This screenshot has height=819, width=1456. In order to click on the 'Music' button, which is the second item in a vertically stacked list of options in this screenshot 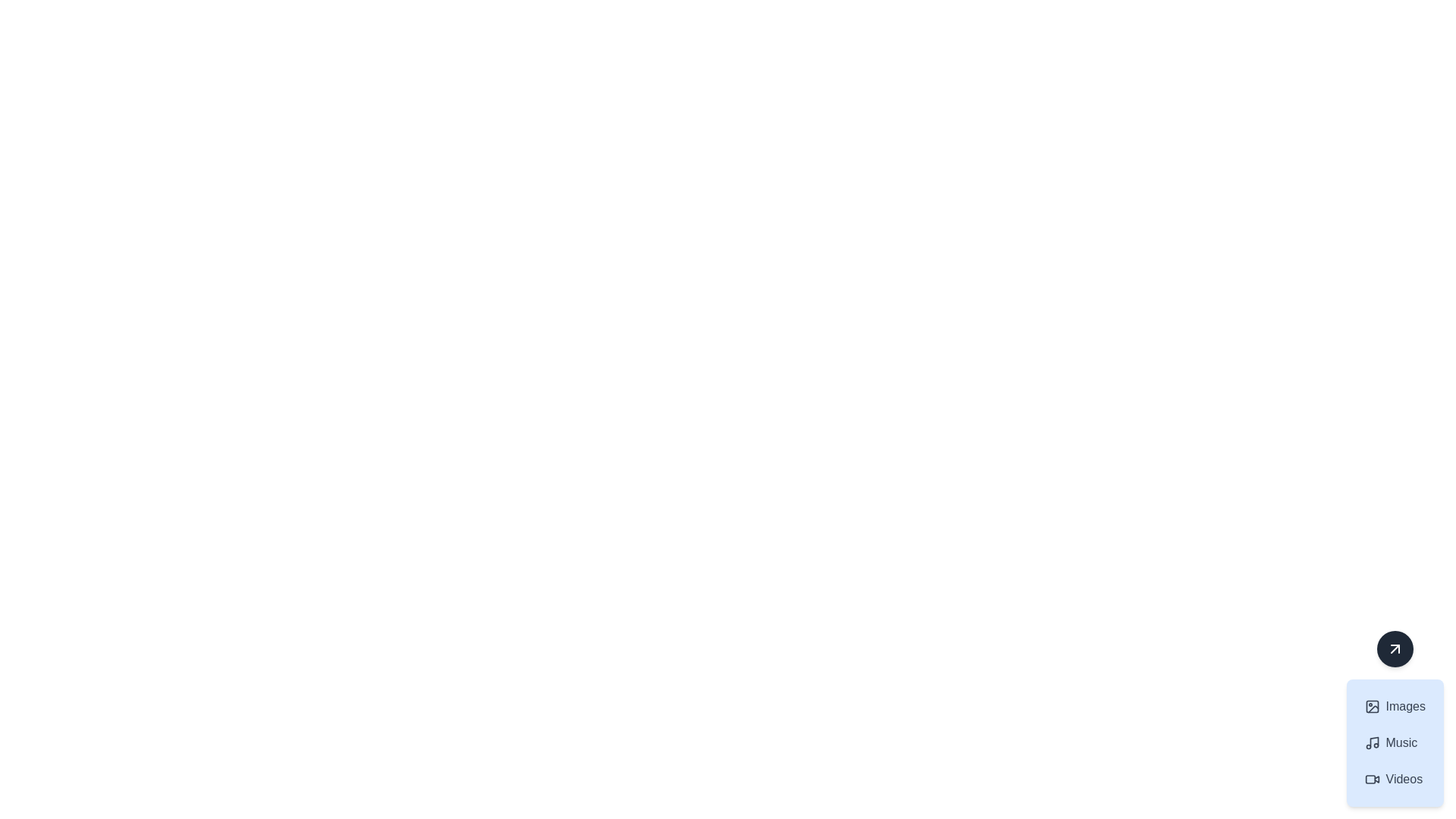, I will do `click(1395, 742)`.